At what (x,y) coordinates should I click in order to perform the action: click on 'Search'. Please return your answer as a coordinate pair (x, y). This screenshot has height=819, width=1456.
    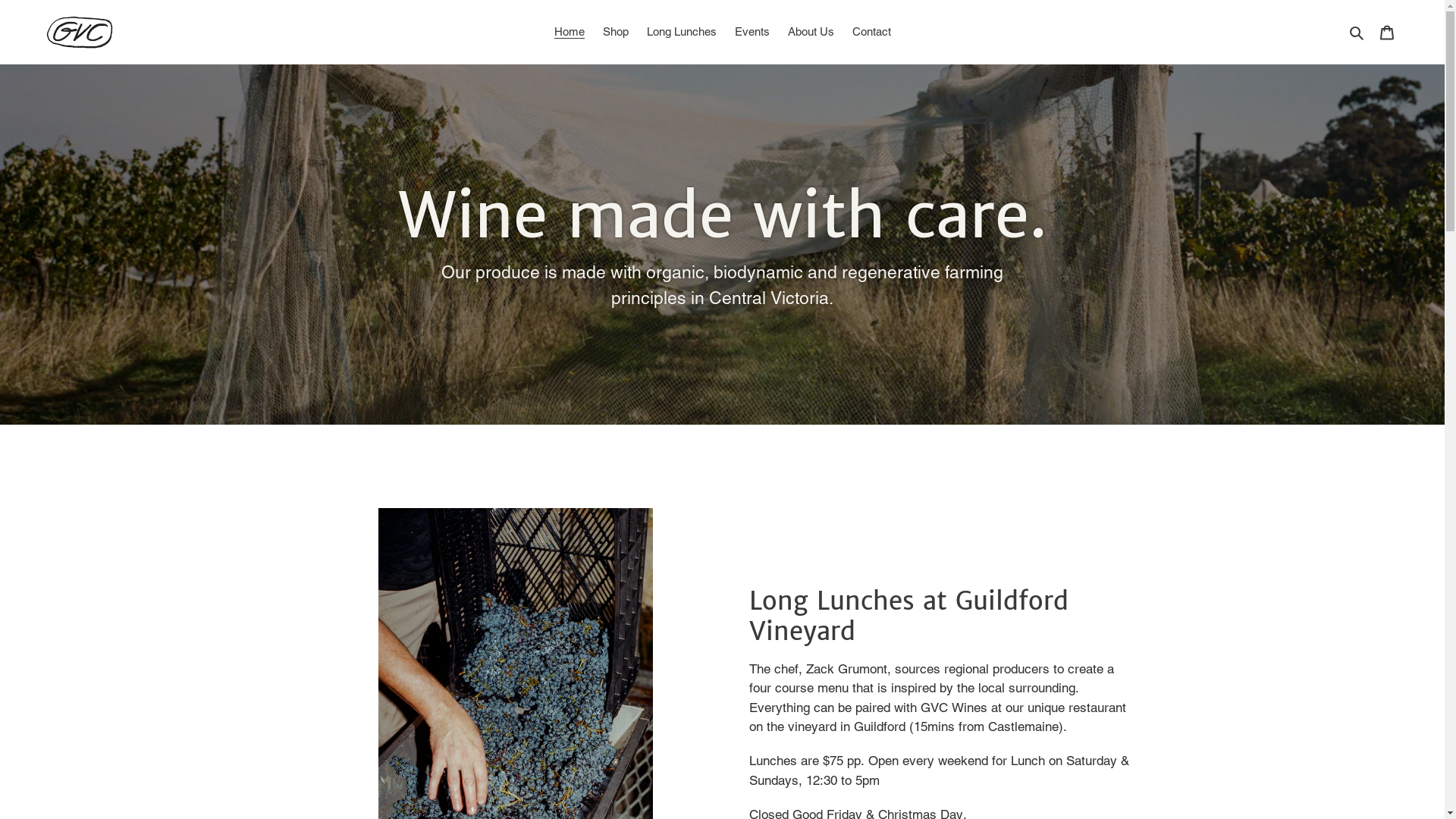
    Looking at the image, I should click on (1357, 32).